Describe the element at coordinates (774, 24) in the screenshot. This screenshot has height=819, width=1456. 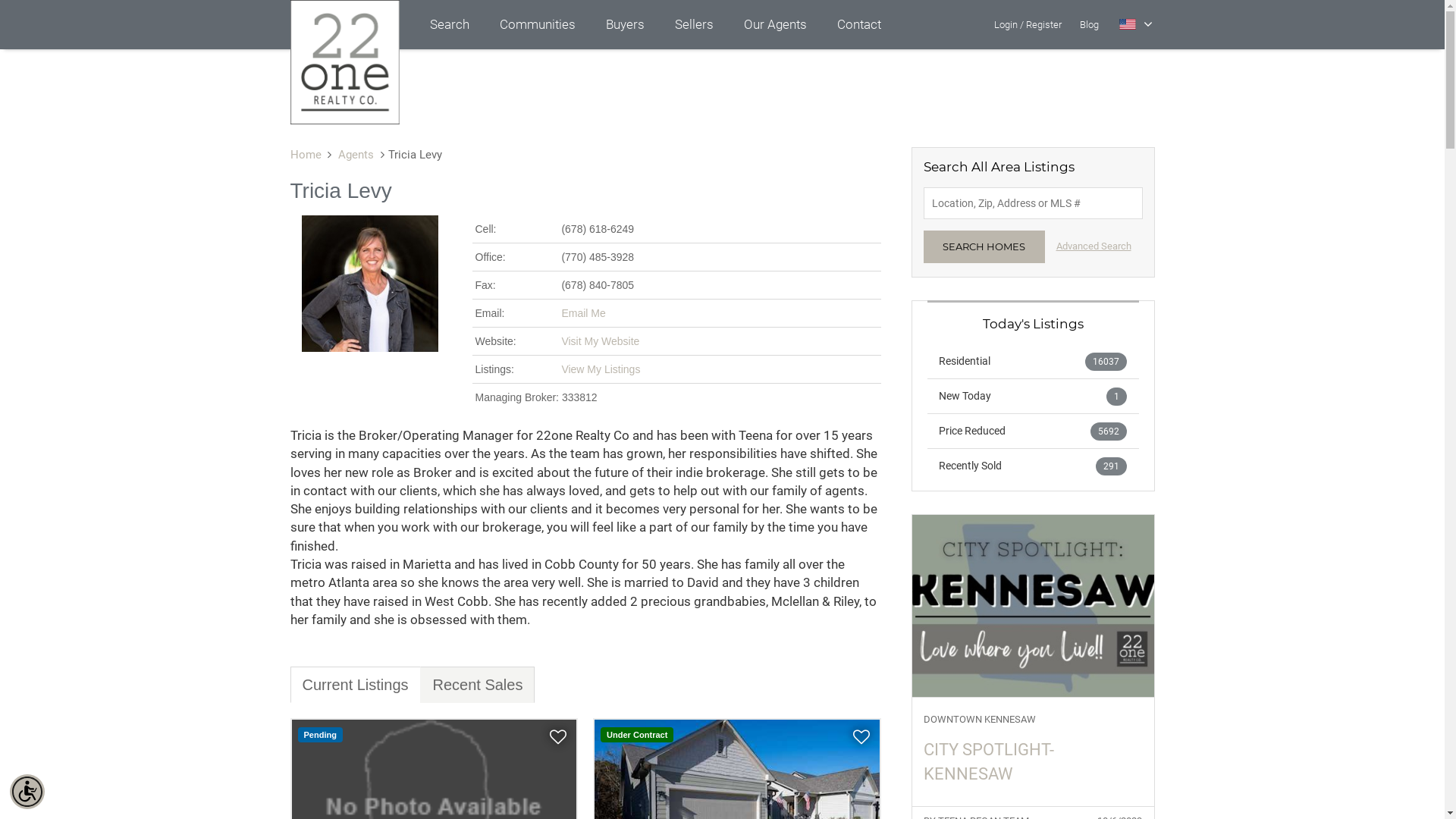
I see `'Our Agents'` at that location.